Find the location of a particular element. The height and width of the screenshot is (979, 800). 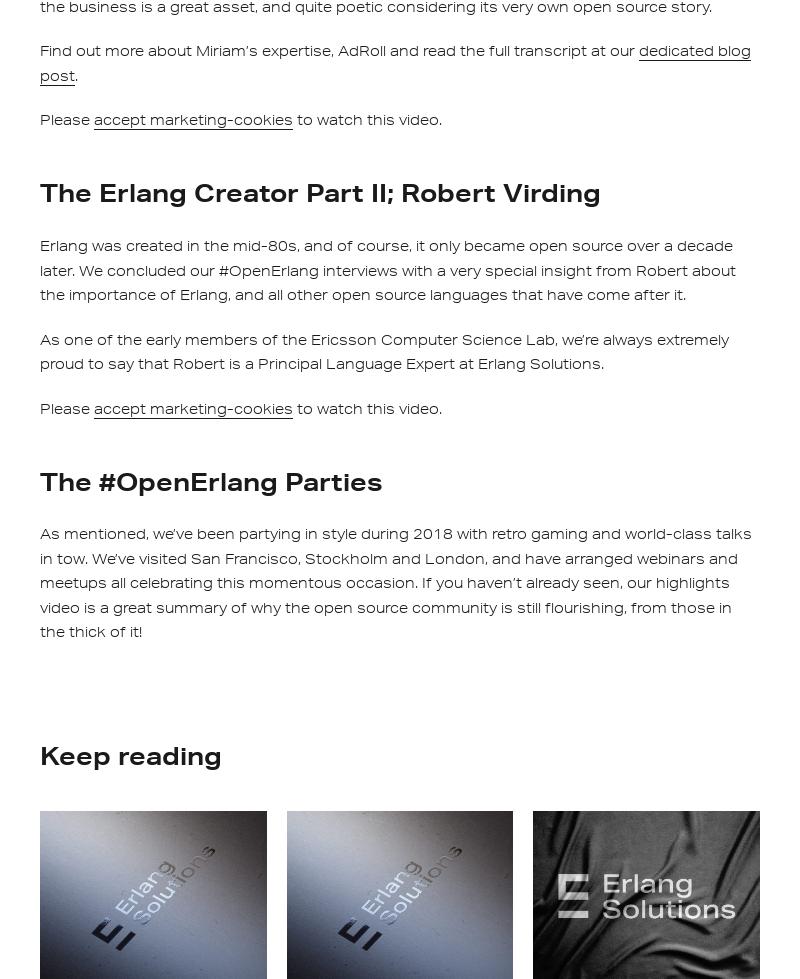

'The Erlang Creator Part II; Robert Virding' is located at coordinates (39, 192).